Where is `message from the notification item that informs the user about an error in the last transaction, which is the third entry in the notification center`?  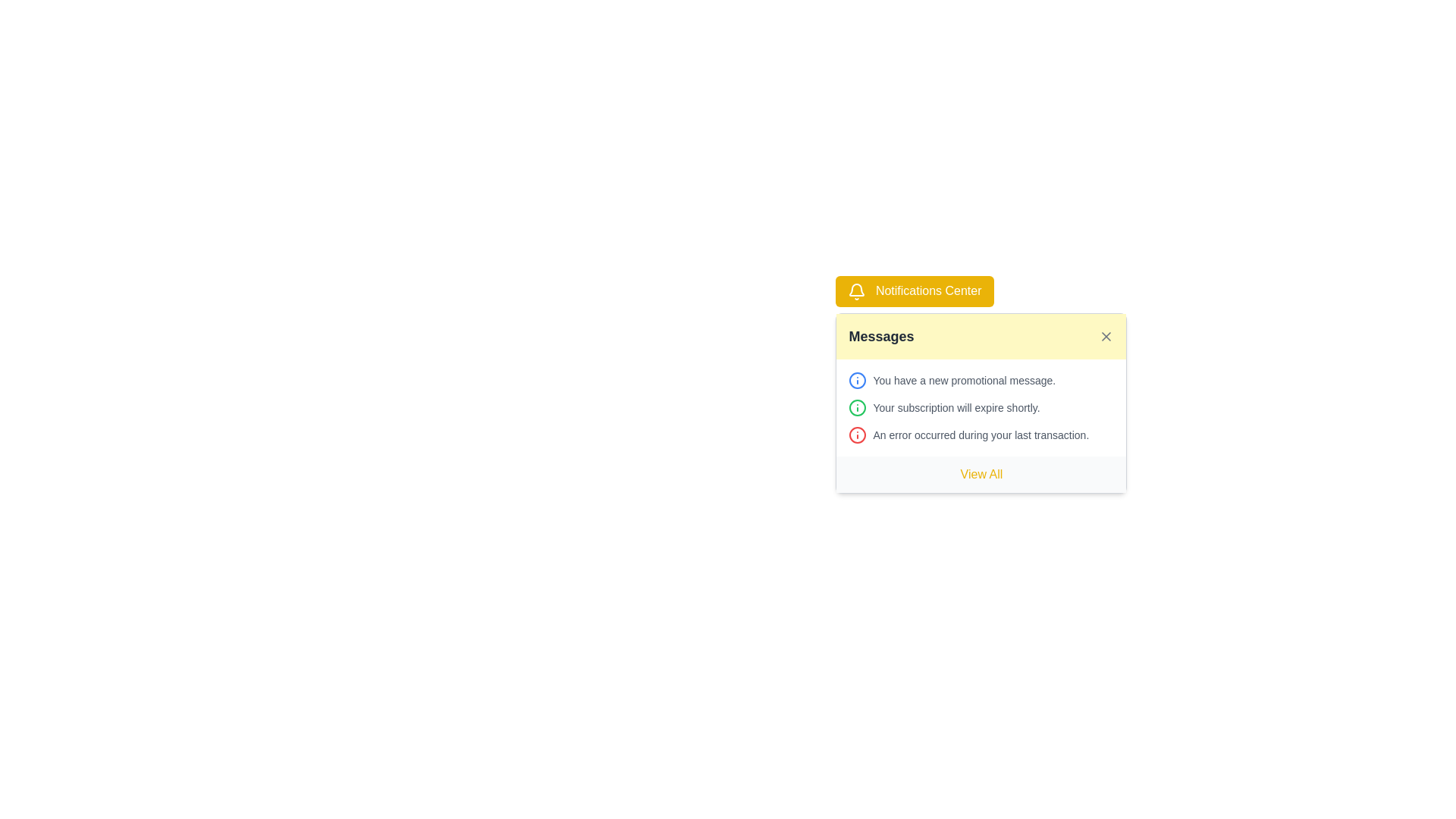
message from the notification item that informs the user about an error in the last transaction, which is the third entry in the notification center is located at coordinates (981, 435).